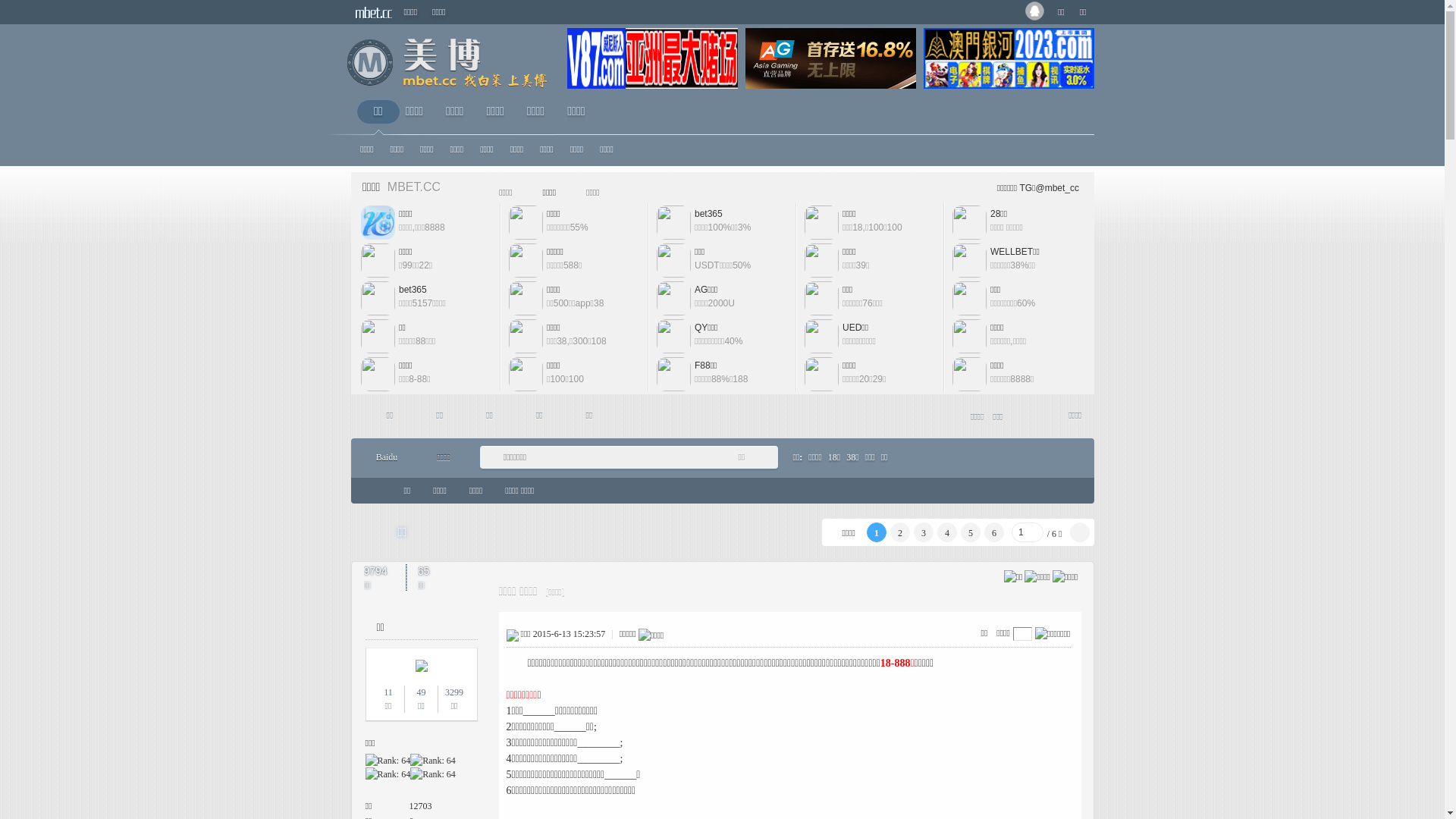 Image resolution: width=1456 pixels, height=819 pixels. What do you see at coordinates (453, 692) in the screenshot?
I see `'3299'` at bounding box center [453, 692].